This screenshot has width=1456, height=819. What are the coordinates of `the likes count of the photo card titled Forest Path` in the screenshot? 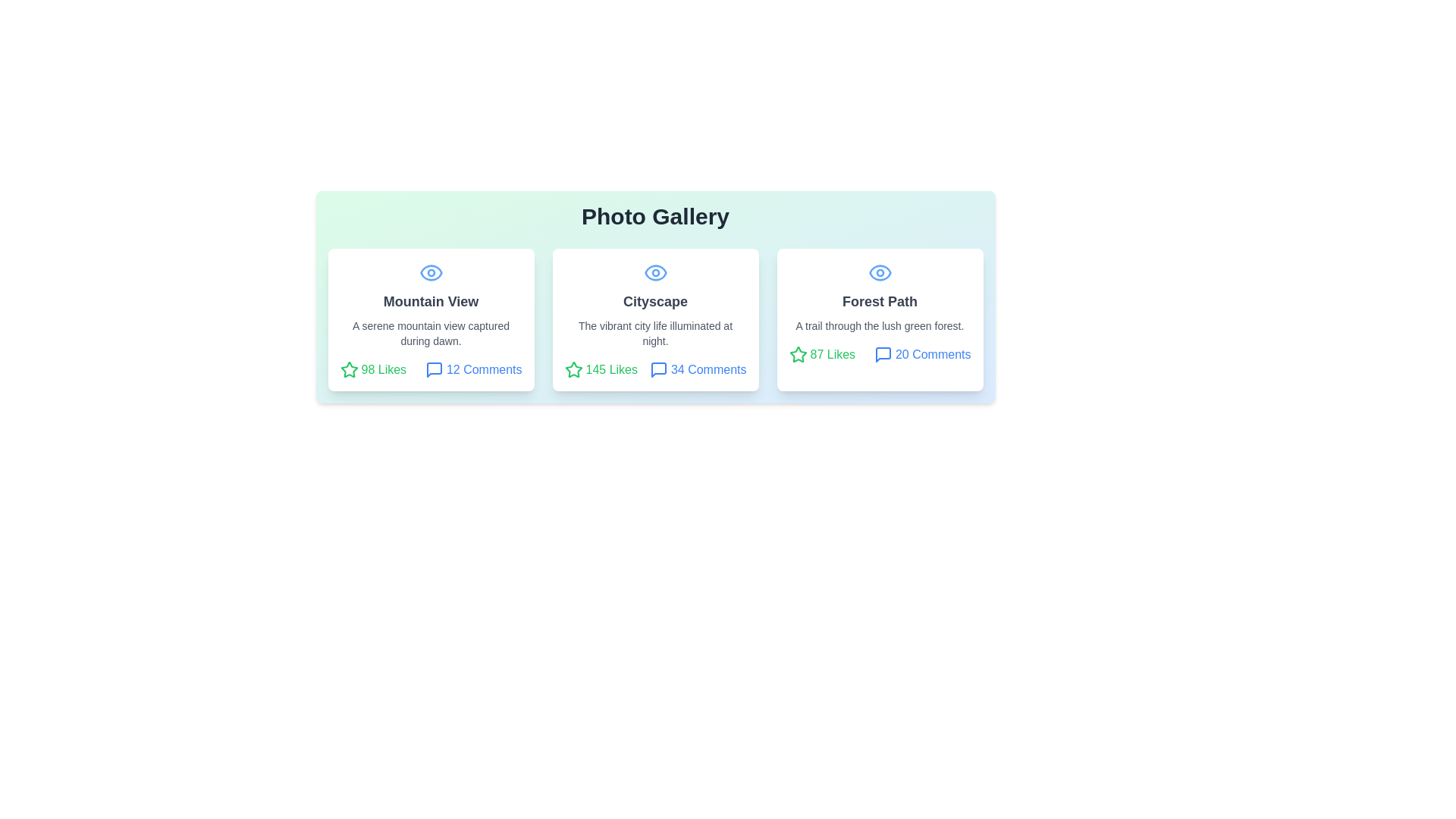 It's located at (821, 354).